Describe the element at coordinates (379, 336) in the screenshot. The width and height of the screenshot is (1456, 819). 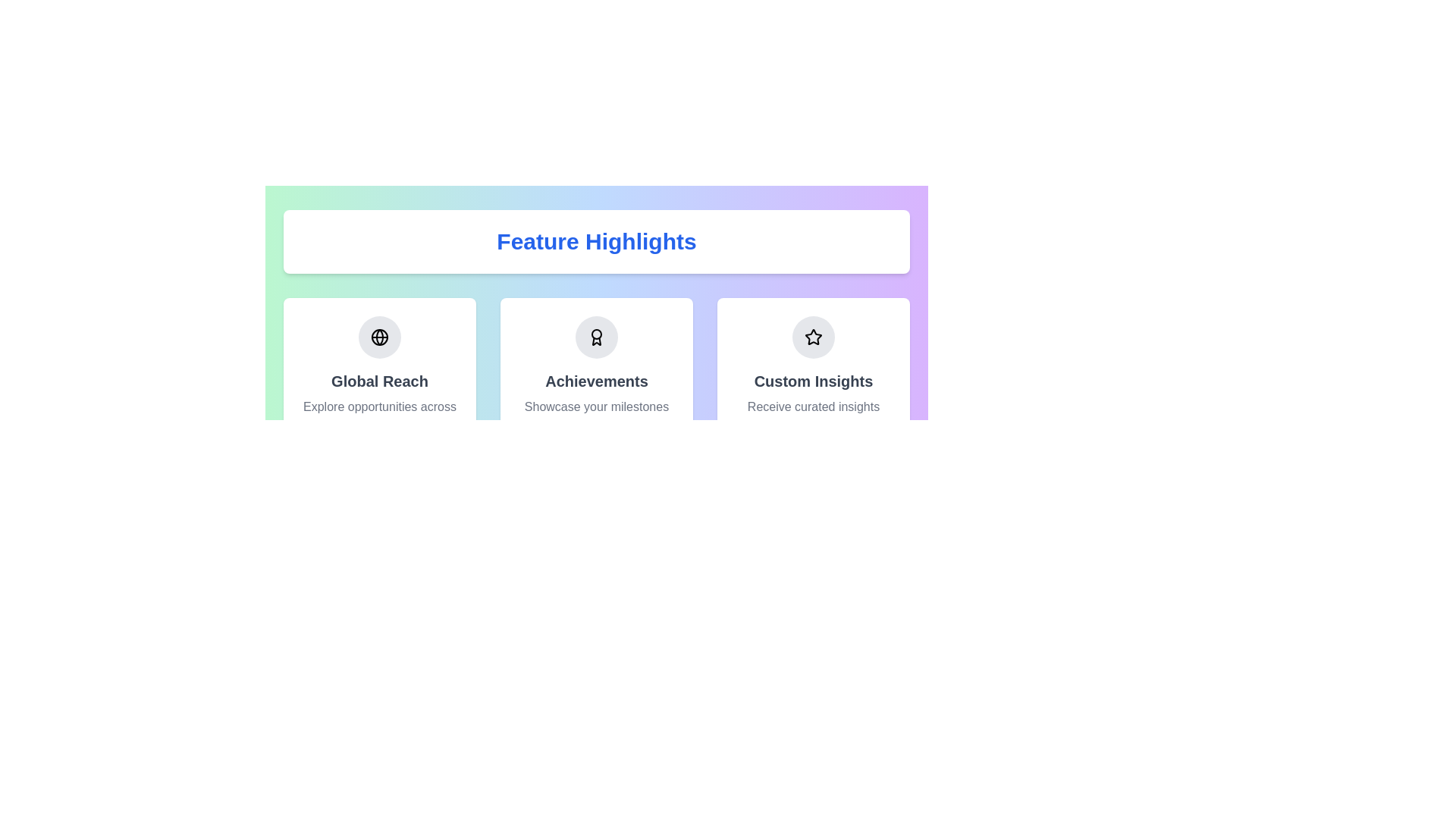
I see `the globe icon located in the leftmost card of the 'Feature Highlights' section, which is directly above the 'Global Reach' title` at that location.